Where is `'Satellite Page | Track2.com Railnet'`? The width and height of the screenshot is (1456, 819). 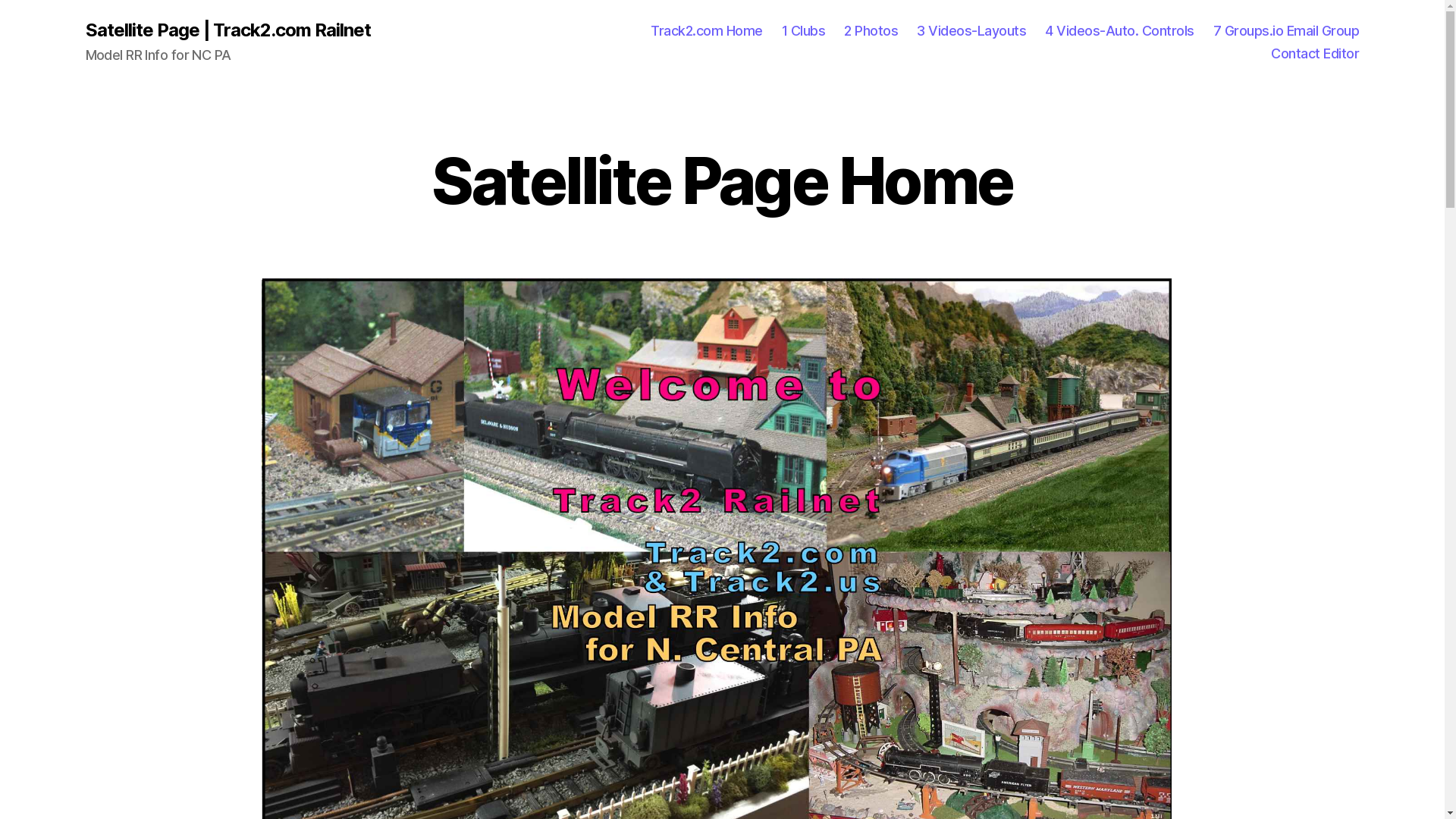
'Satellite Page | Track2.com Railnet' is located at coordinates (226, 30).